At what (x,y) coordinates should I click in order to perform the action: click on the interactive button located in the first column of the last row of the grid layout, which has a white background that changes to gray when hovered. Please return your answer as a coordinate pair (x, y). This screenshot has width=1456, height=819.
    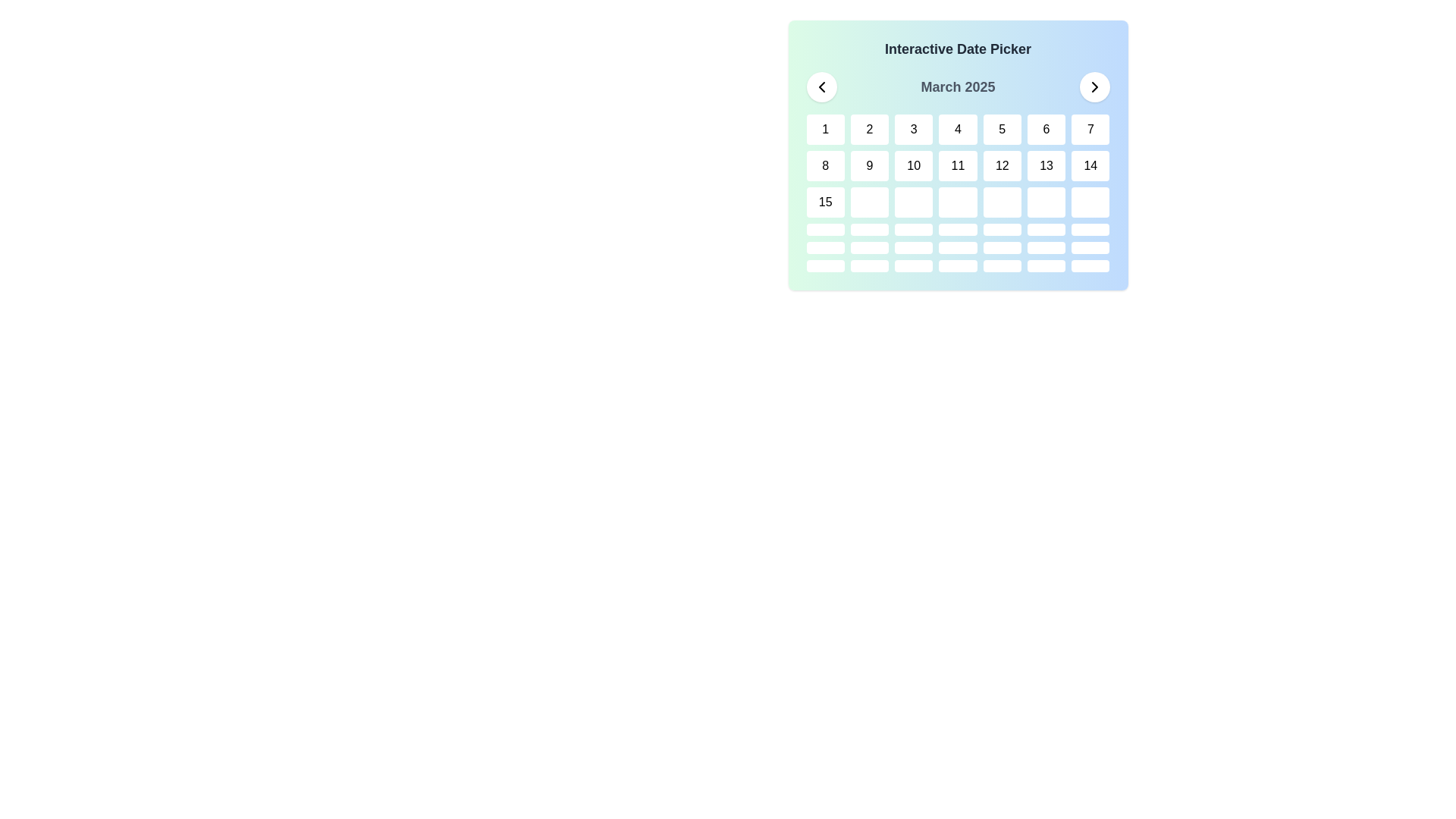
    Looking at the image, I should click on (824, 265).